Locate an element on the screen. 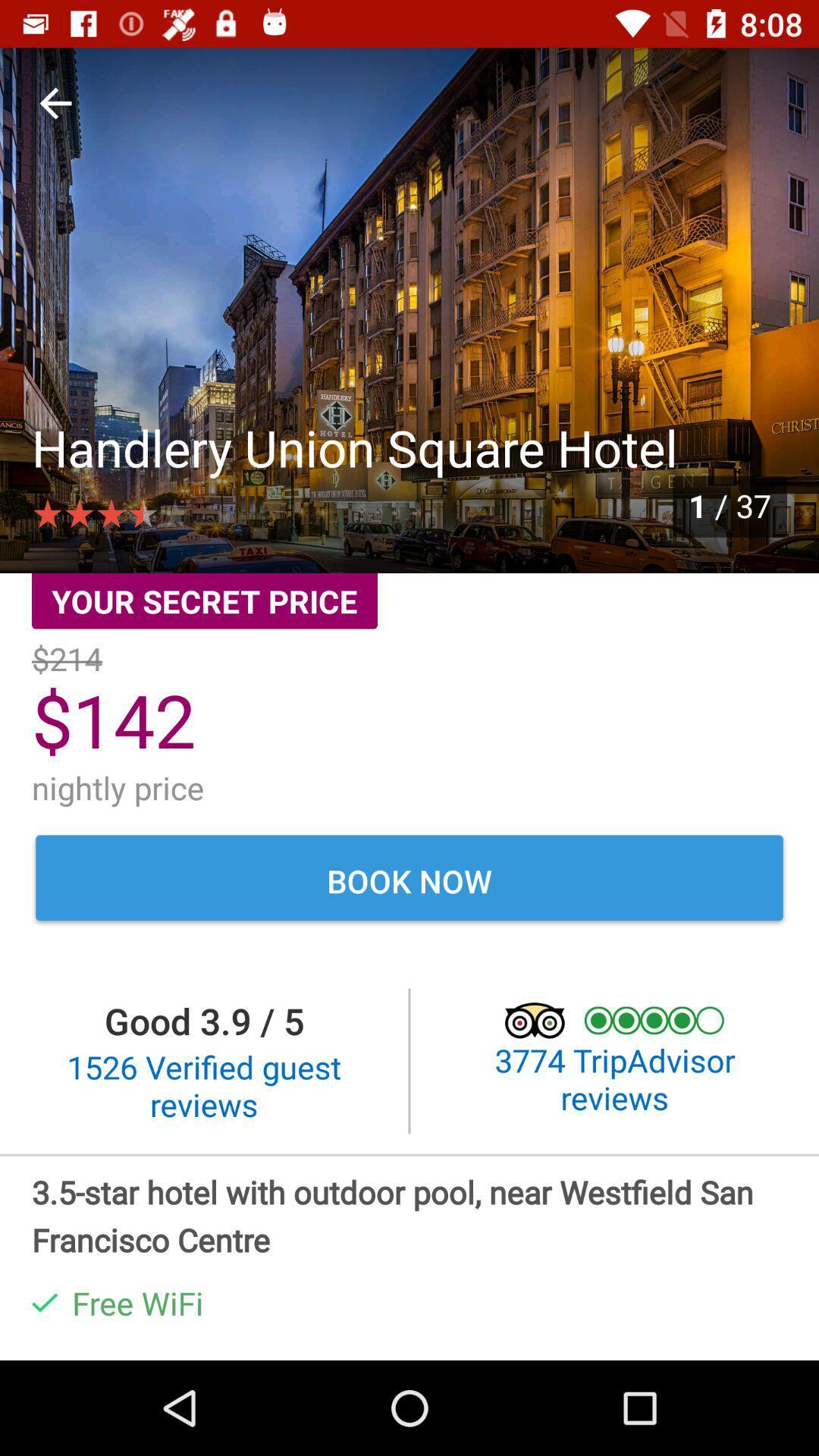 The height and width of the screenshot is (1456, 819). book now is located at coordinates (409, 880).